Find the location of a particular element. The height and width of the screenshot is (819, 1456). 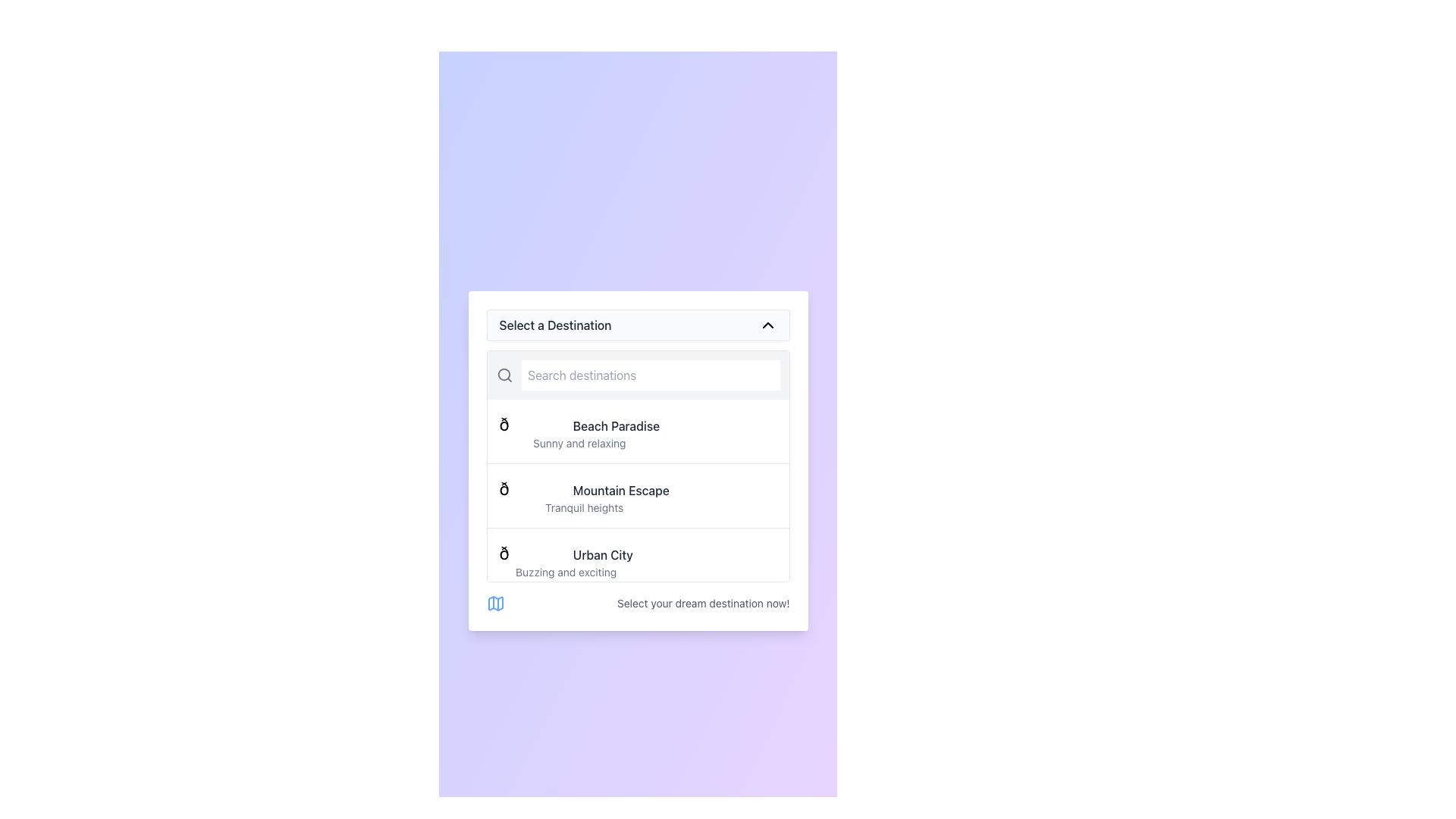

the map icon with a folded paper-like design located in the lower left corner of the modal box is located at coordinates (495, 602).